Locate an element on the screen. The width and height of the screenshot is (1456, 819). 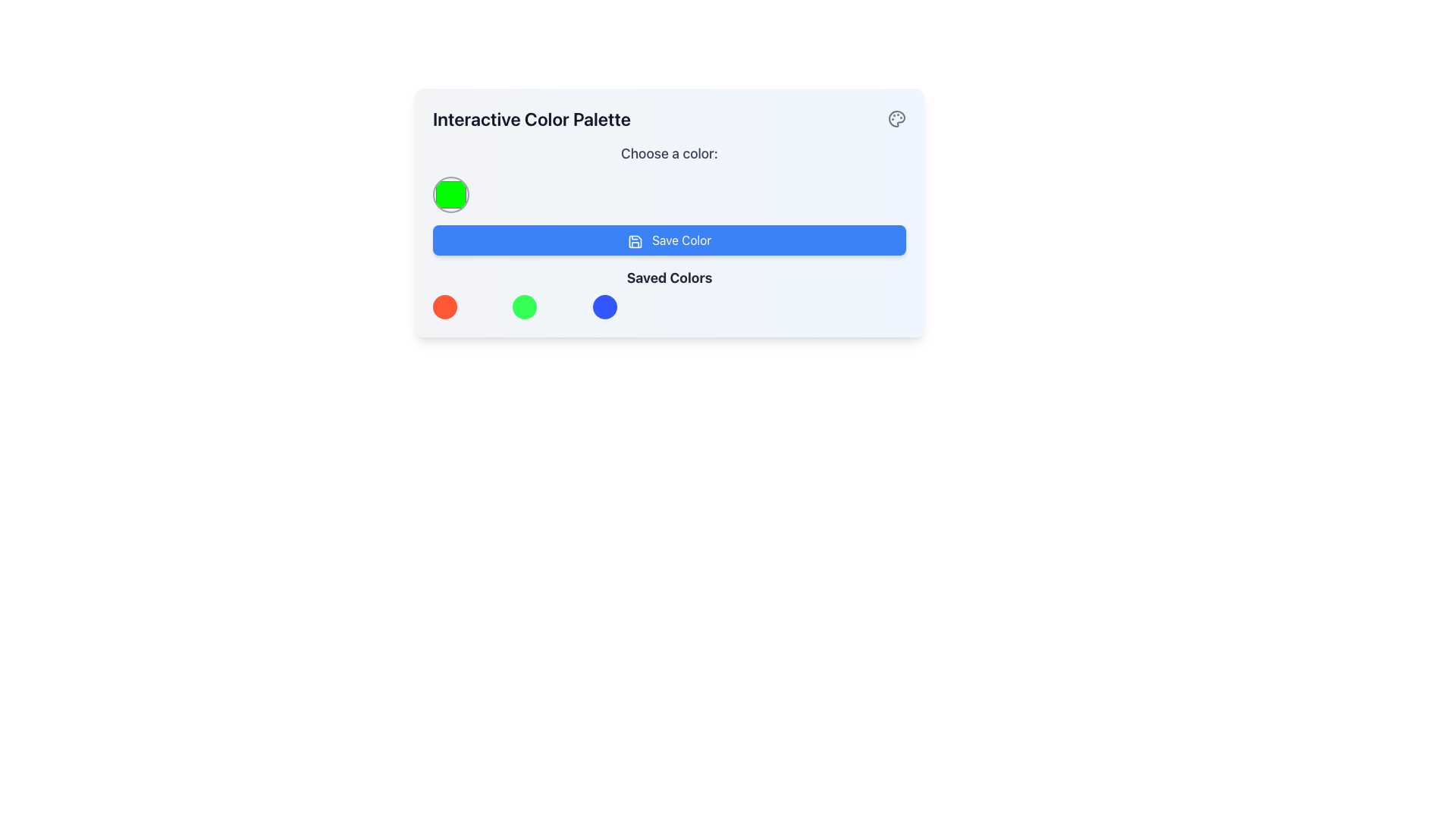
text that serves as the title of the color palette panel, located near the top of the card-like panel in the upper-left corner is located at coordinates (532, 118).